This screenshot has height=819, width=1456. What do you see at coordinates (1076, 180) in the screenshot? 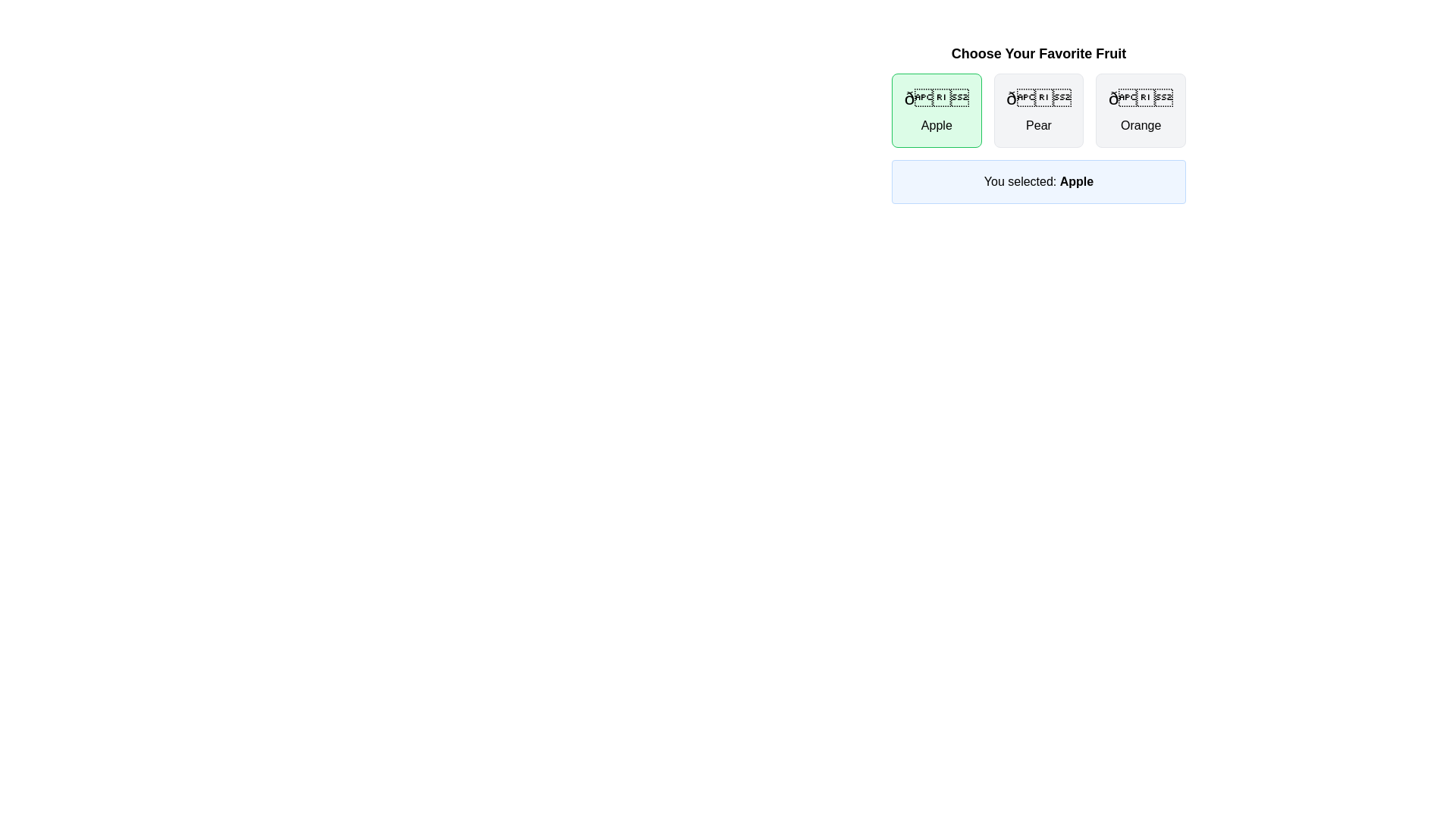
I see `the text label 'Apple' which is styled in bold and highlighted within the sentence 'You selected: Apple'` at bounding box center [1076, 180].